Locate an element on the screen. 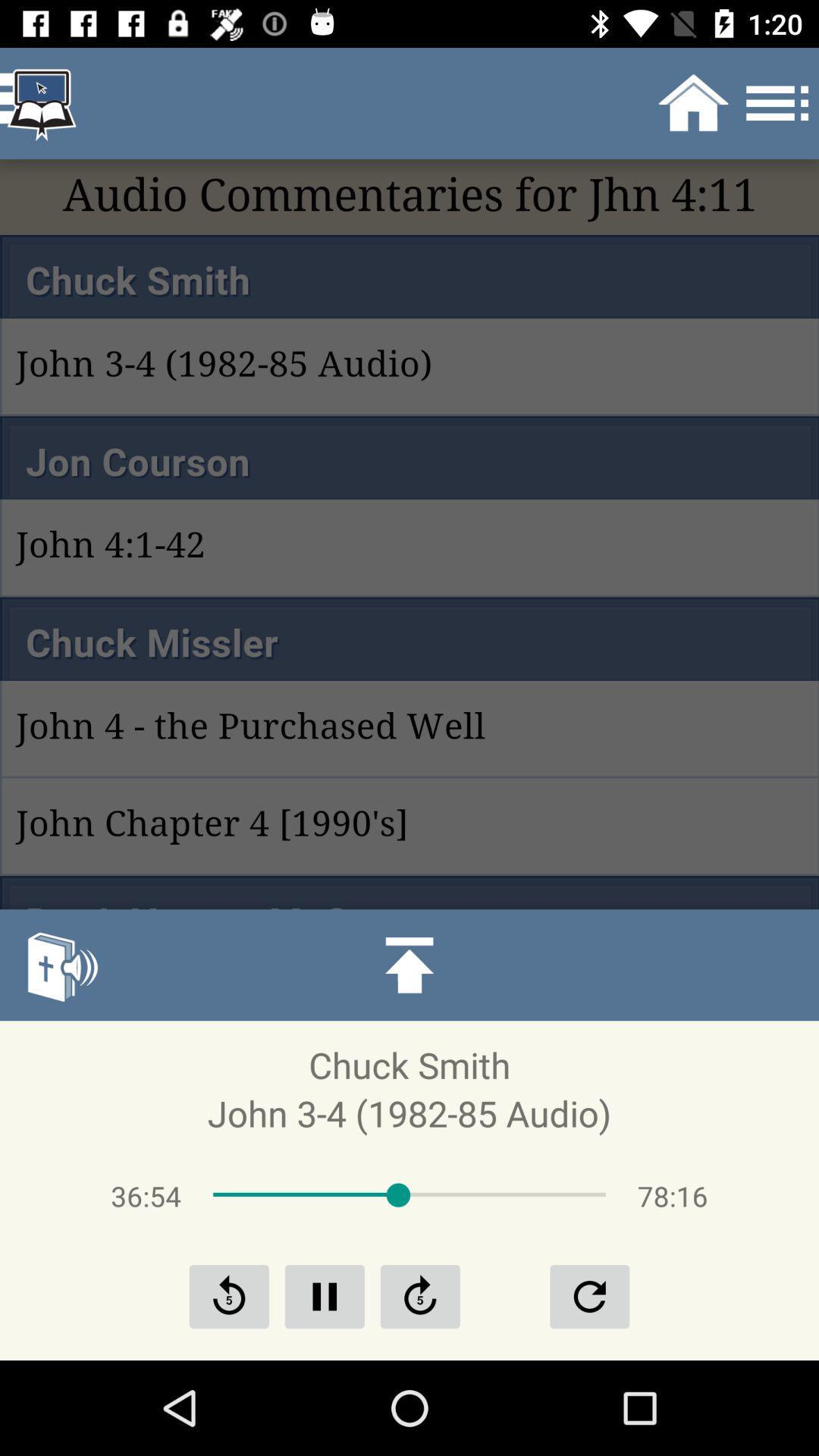 The image size is (819, 1456). icon above the chuck smith is located at coordinates (61, 964).